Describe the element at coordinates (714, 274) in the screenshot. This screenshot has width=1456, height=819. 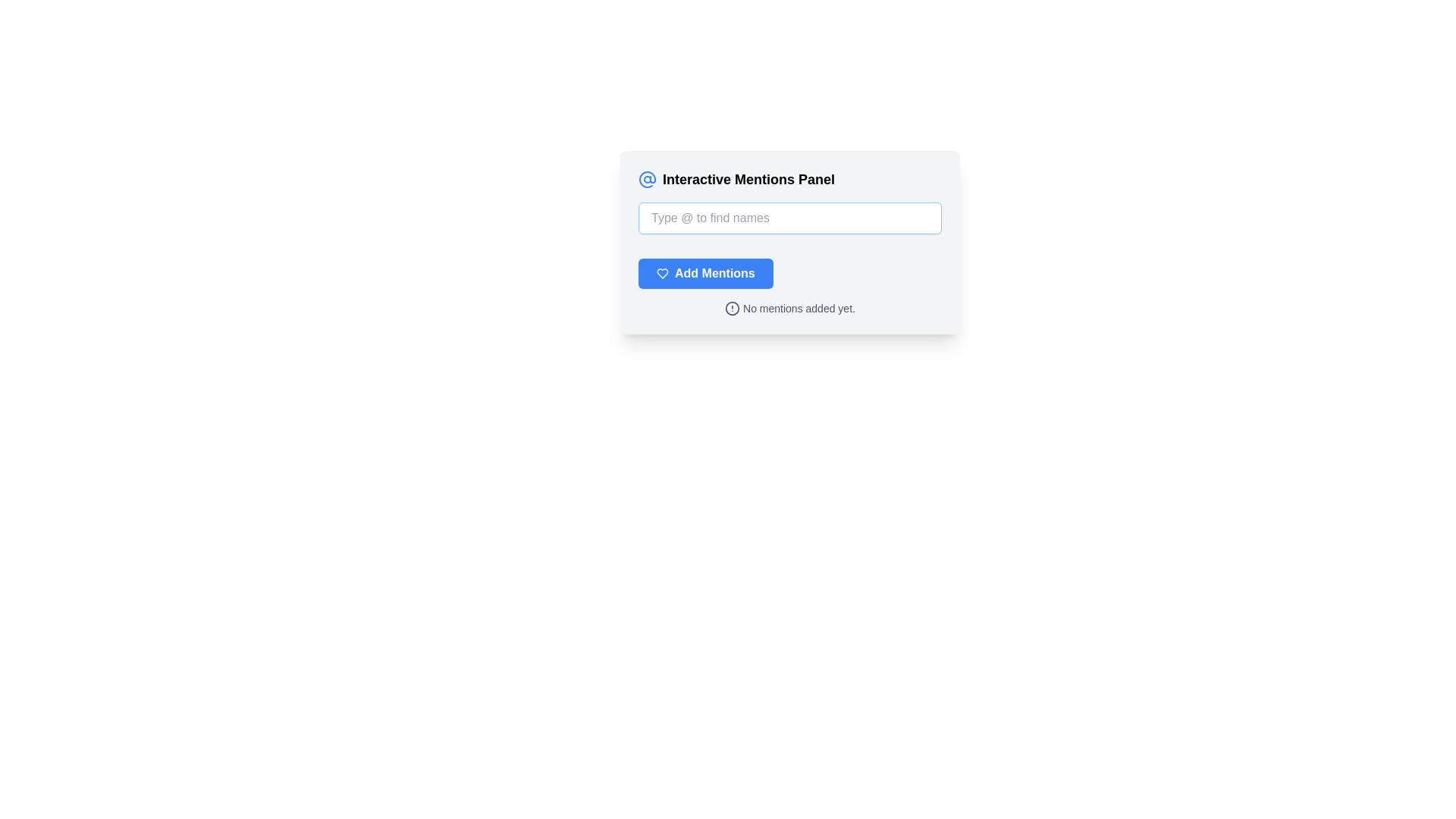
I see `the blue rectangular button with rounded edges that contains the text label for adding mentions, which is positioned to the right of a heart-shaped icon` at that location.